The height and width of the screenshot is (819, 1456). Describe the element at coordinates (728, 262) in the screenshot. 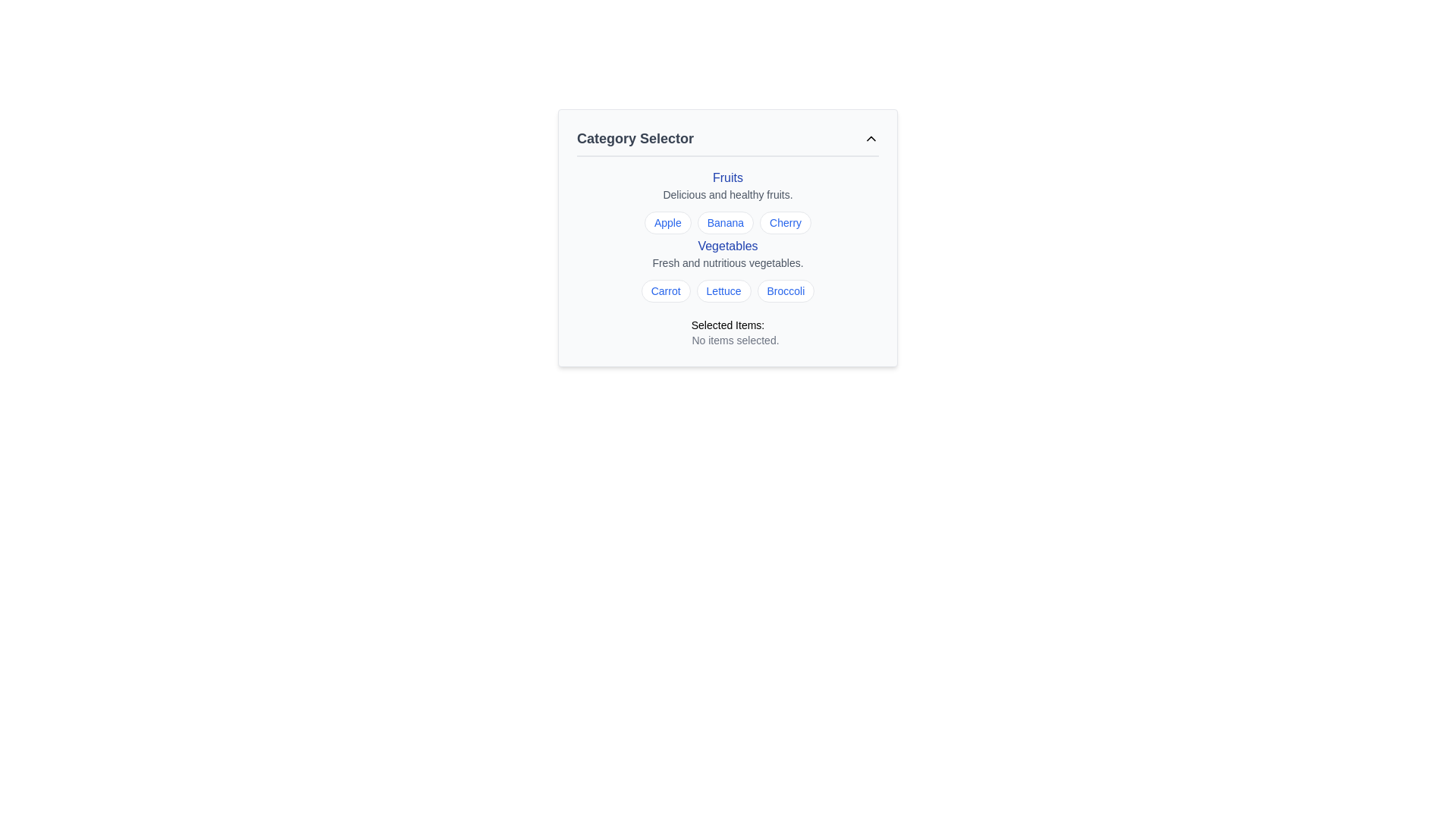

I see `the text label displaying 'Fresh and nutritious vegetables.' which is located below the title 'Vegetables'` at that location.